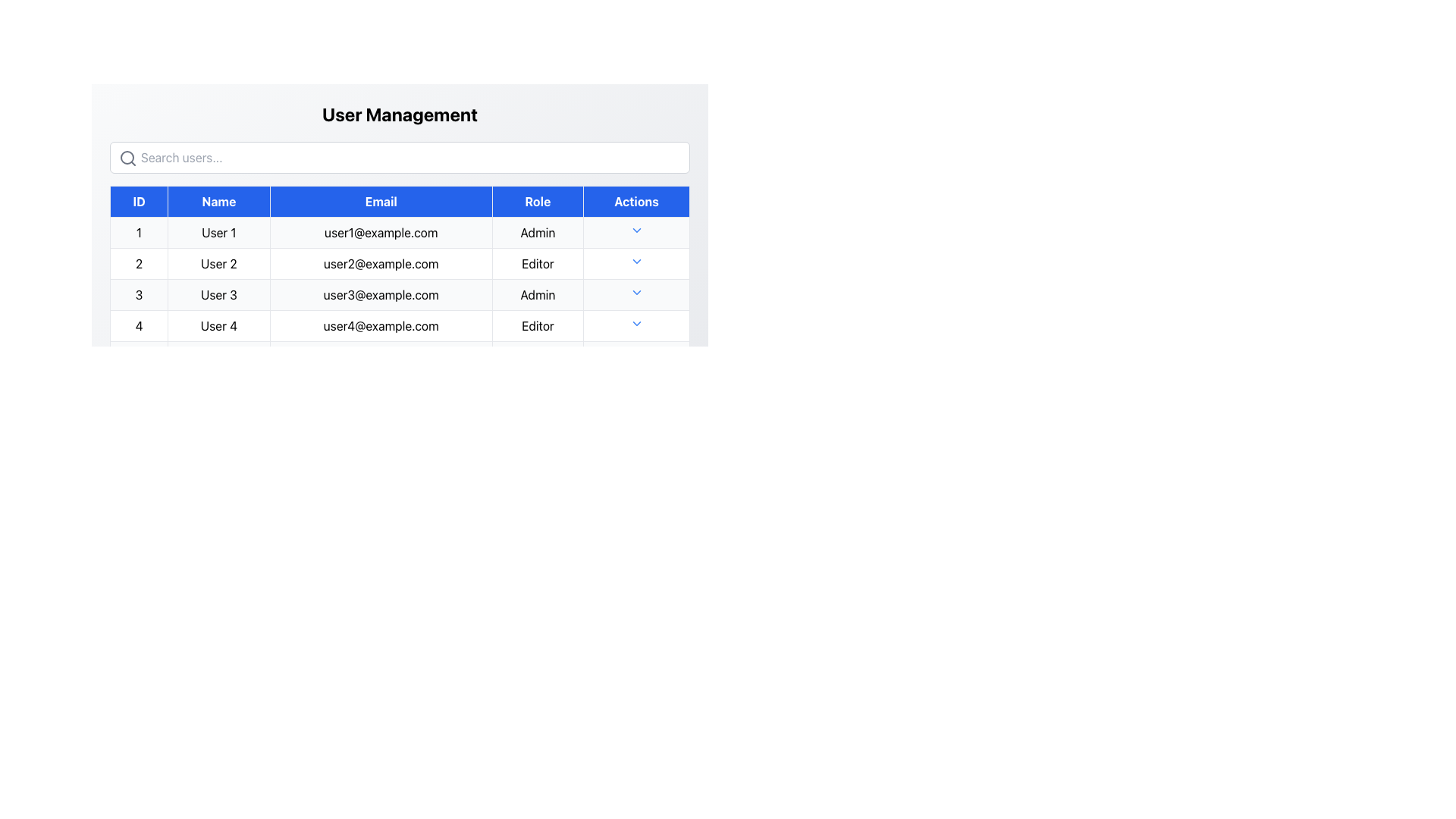 Image resolution: width=1456 pixels, height=819 pixels. What do you see at coordinates (636, 325) in the screenshot?
I see `the blue downward-pointing triangle icon in the 'Actions' column for 'User 4'` at bounding box center [636, 325].